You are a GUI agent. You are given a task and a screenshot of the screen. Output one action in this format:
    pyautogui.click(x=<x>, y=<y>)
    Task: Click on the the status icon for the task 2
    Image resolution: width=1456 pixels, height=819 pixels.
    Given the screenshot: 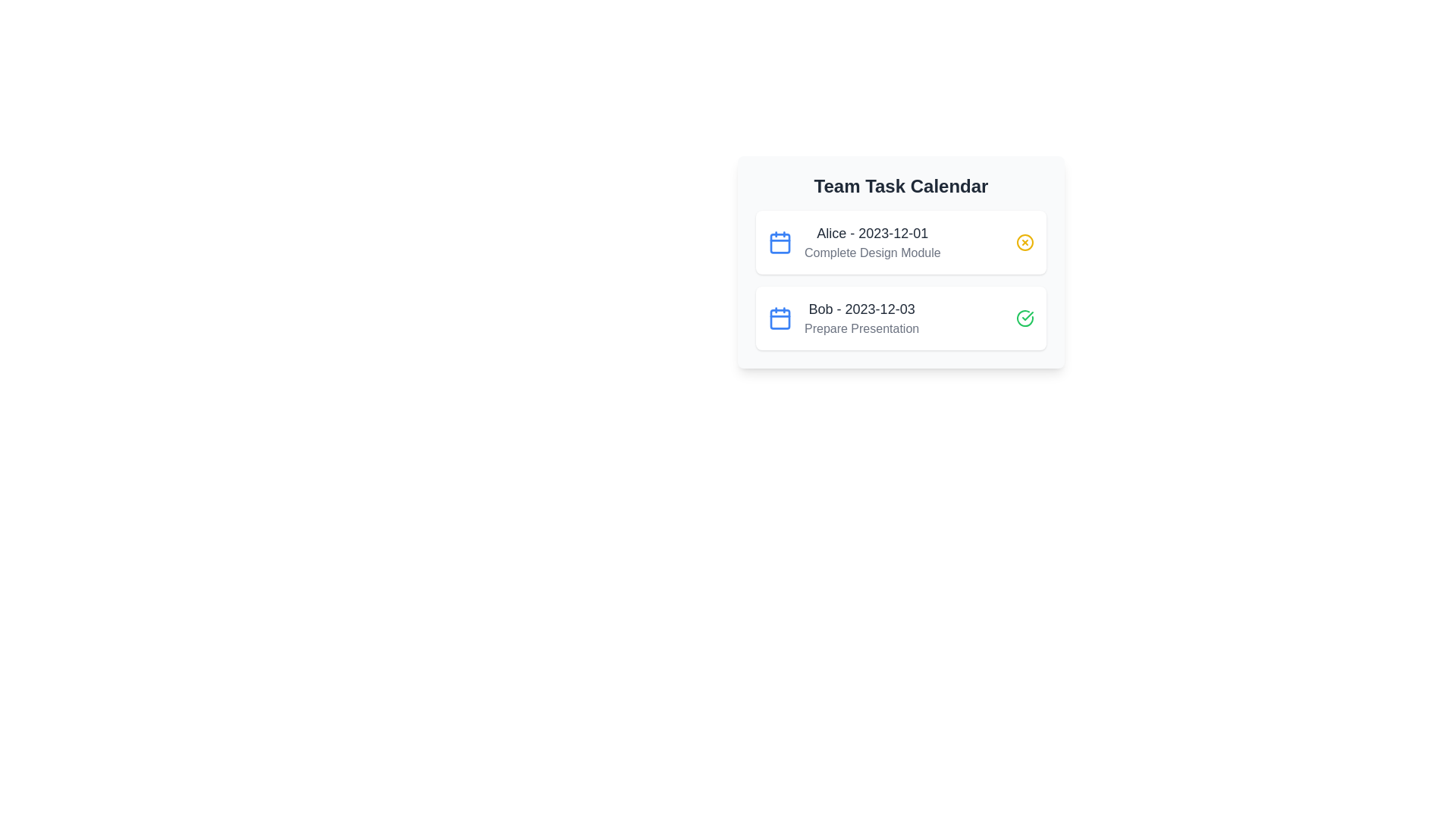 What is the action you would take?
    pyautogui.click(x=1025, y=318)
    